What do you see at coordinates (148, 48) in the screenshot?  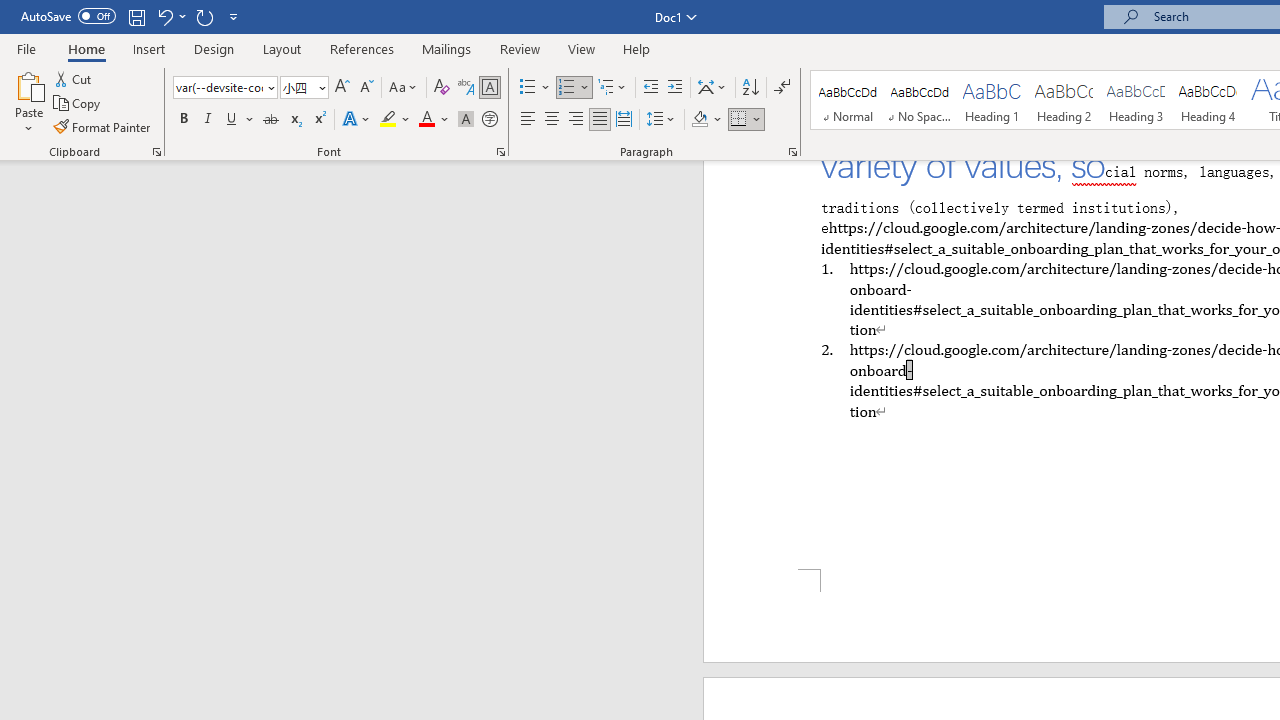 I see `'Insert'` at bounding box center [148, 48].